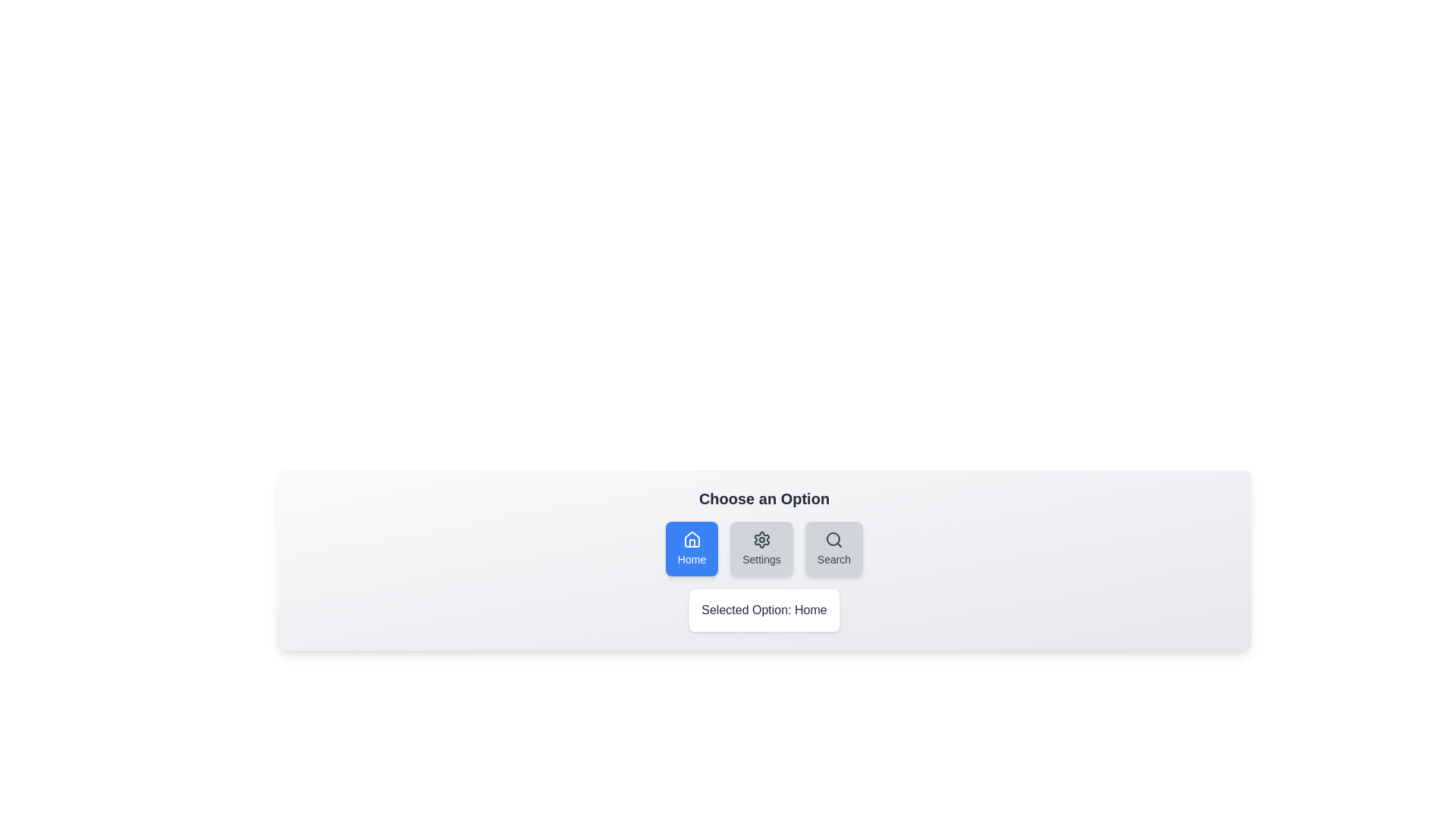 The height and width of the screenshot is (819, 1456). I want to click on the option Home by clicking on its corresponding button, so click(691, 549).